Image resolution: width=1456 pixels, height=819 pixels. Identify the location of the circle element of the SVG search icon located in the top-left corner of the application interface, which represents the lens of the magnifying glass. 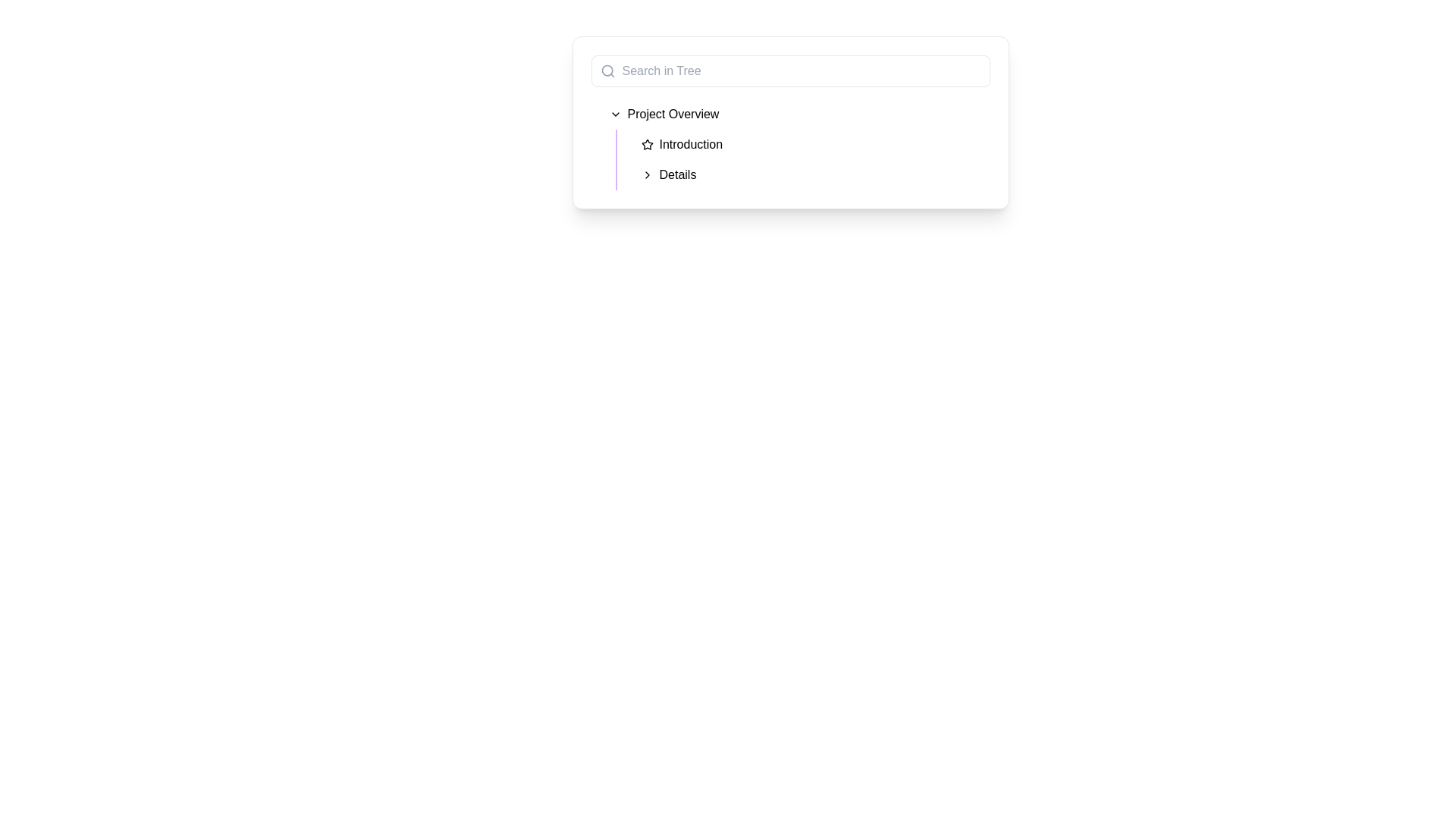
(607, 71).